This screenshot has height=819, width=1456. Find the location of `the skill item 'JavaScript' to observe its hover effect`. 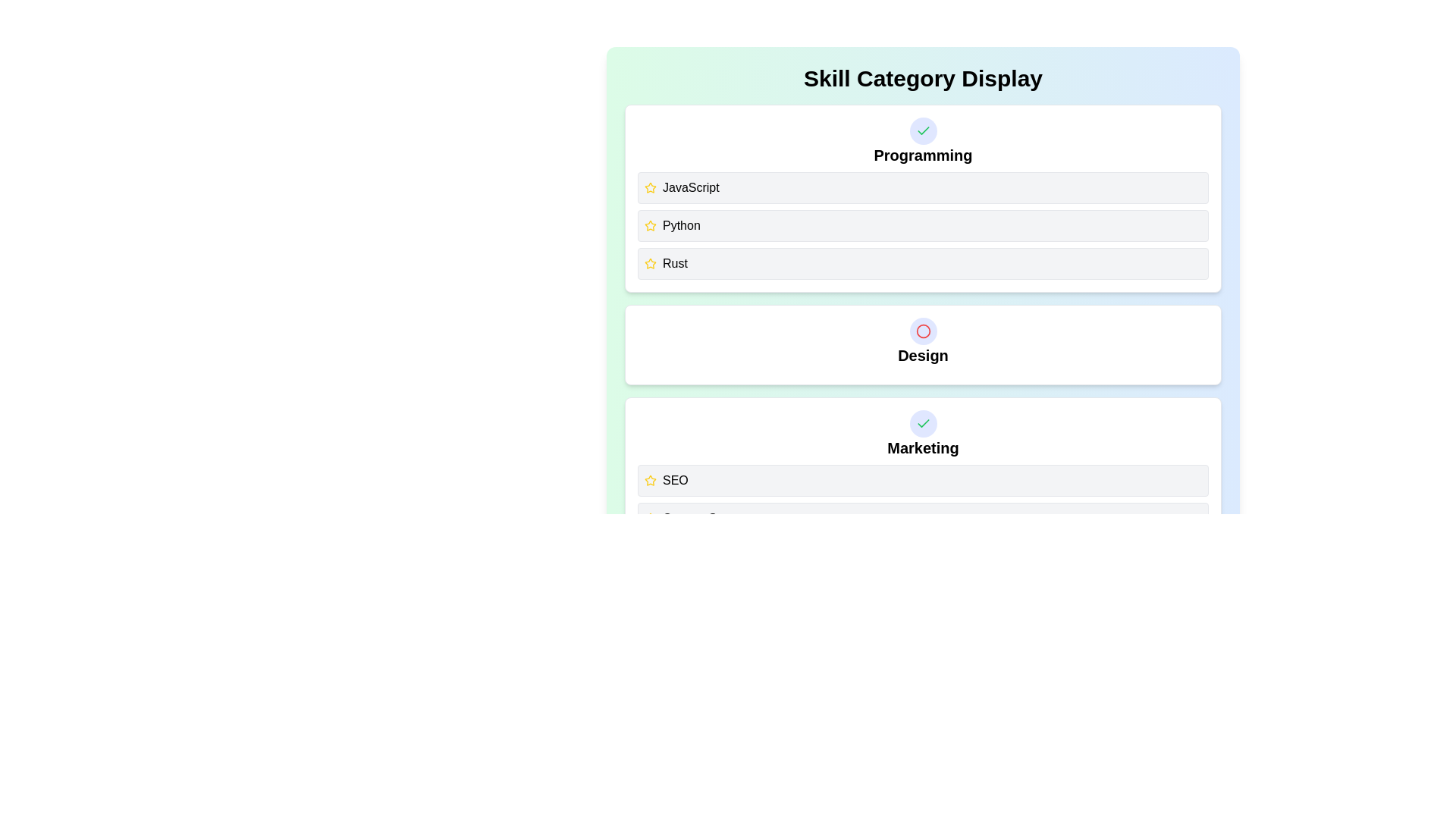

the skill item 'JavaScript' to observe its hover effect is located at coordinates (644, 187).